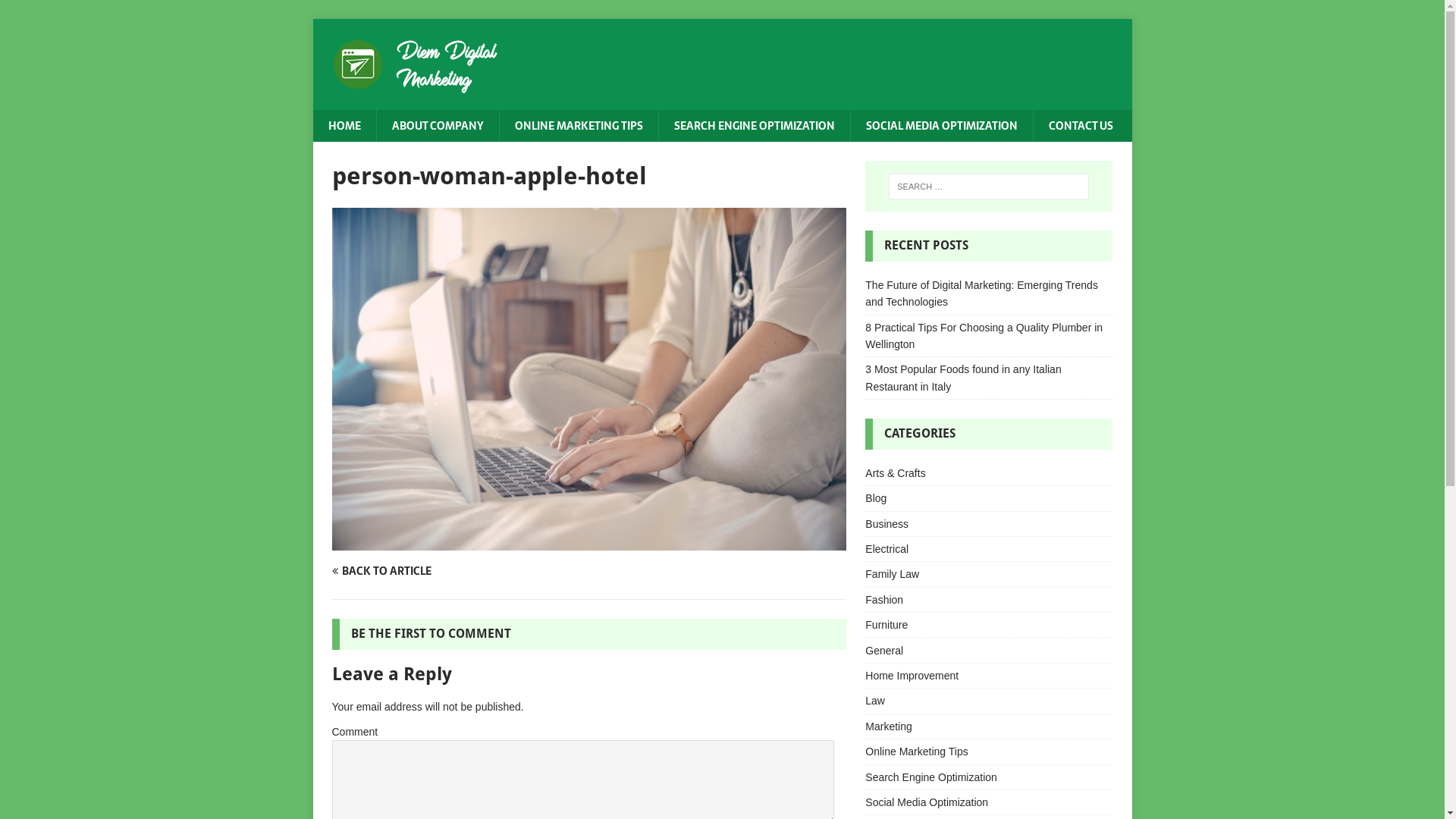 The height and width of the screenshot is (819, 1456). I want to click on 'BACK TO ARTICLE', so click(457, 570).